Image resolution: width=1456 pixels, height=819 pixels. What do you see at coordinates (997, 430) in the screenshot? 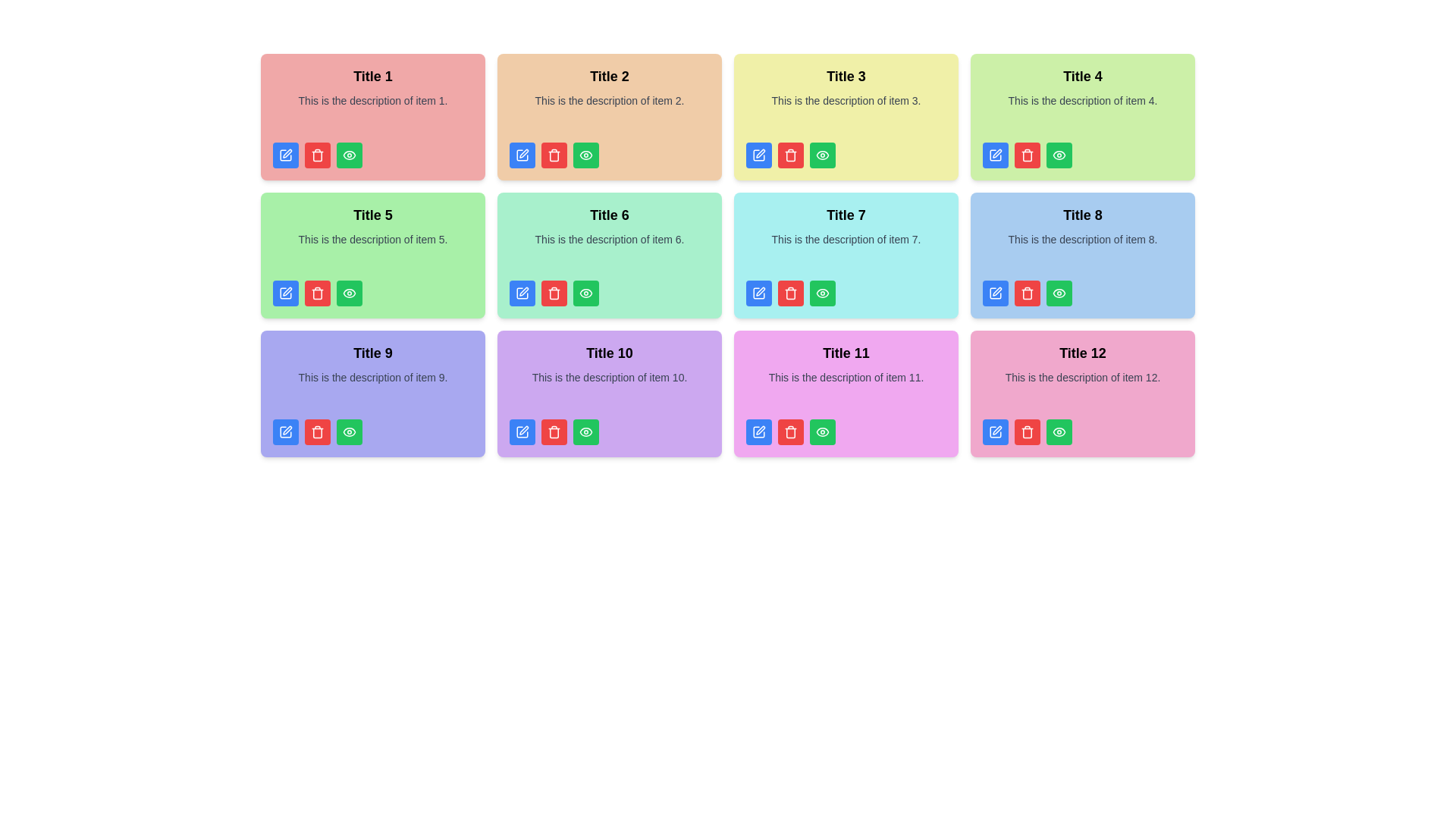
I see `the edit icon button located in the lower-right corner of the card labeled 'Title 12', which allows users to modify the card's details` at bounding box center [997, 430].